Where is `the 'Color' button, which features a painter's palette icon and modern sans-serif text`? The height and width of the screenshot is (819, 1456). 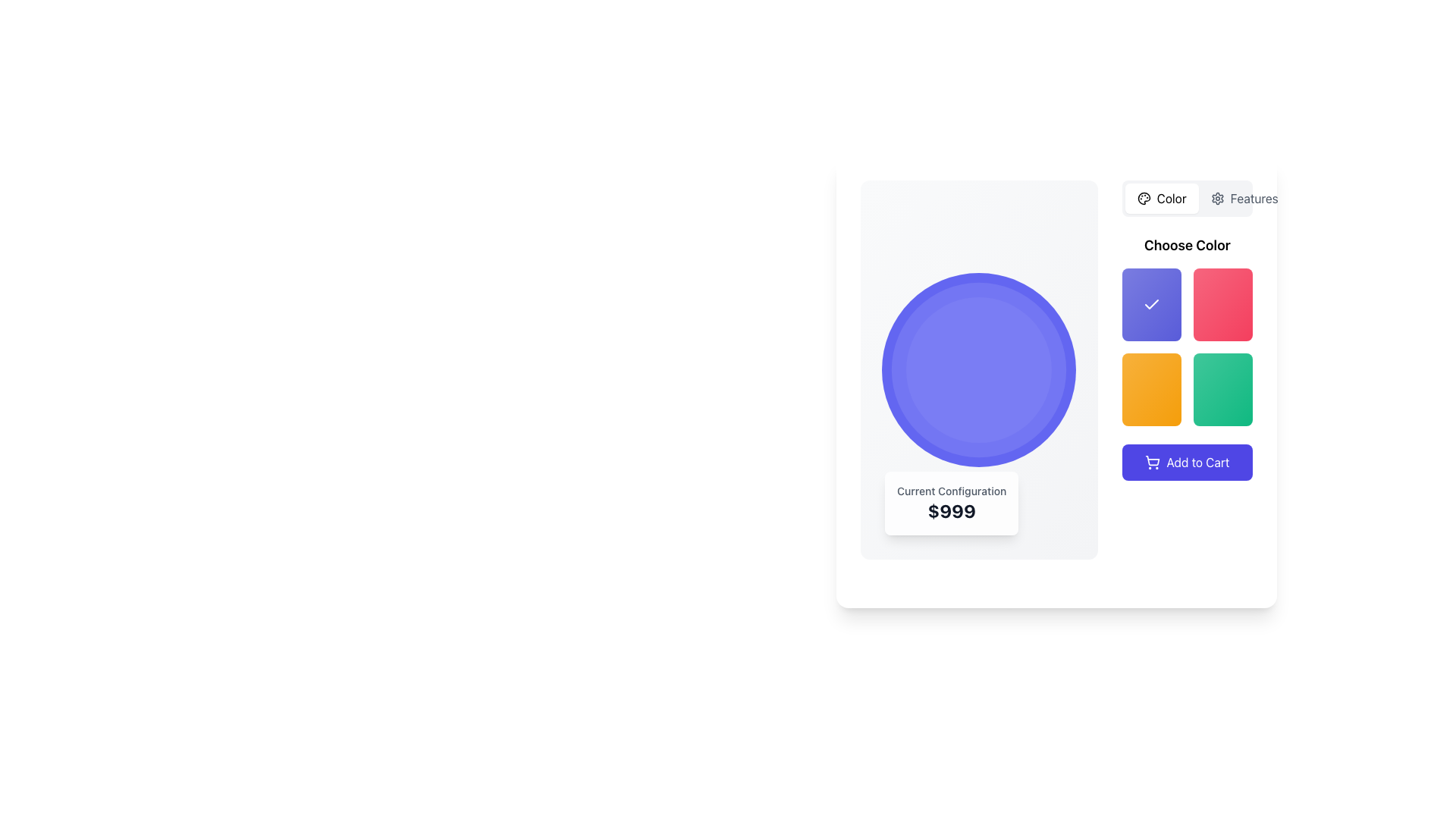 the 'Color' button, which features a painter's palette icon and modern sans-serif text is located at coordinates (1161, 198).